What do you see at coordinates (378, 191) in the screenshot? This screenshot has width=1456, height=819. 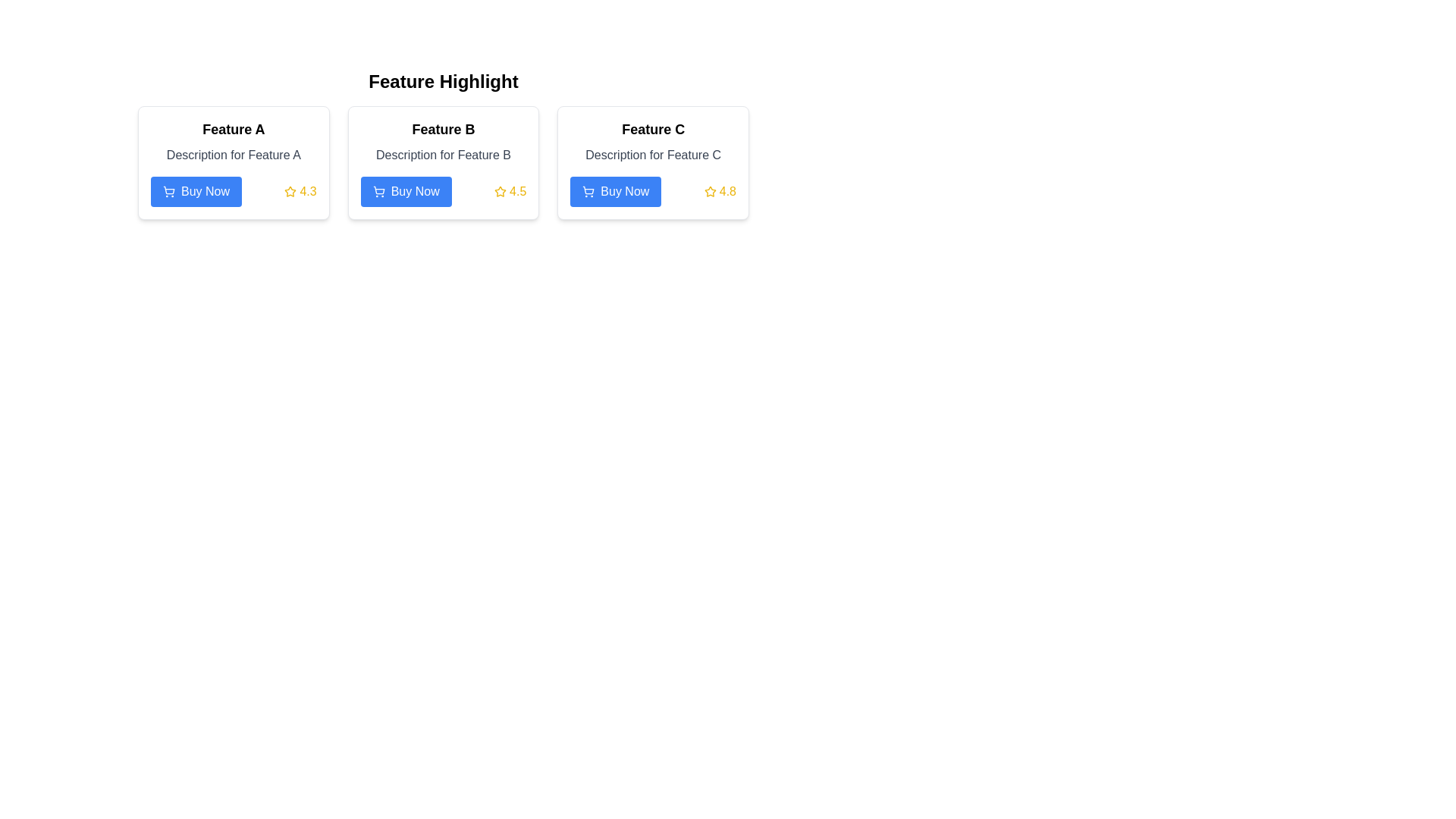 I see `the shopping cart icon located on the left side of the 'Buy Now' button, which is part of a central card in a row of three feature cards` at bounding box center [378, 191].